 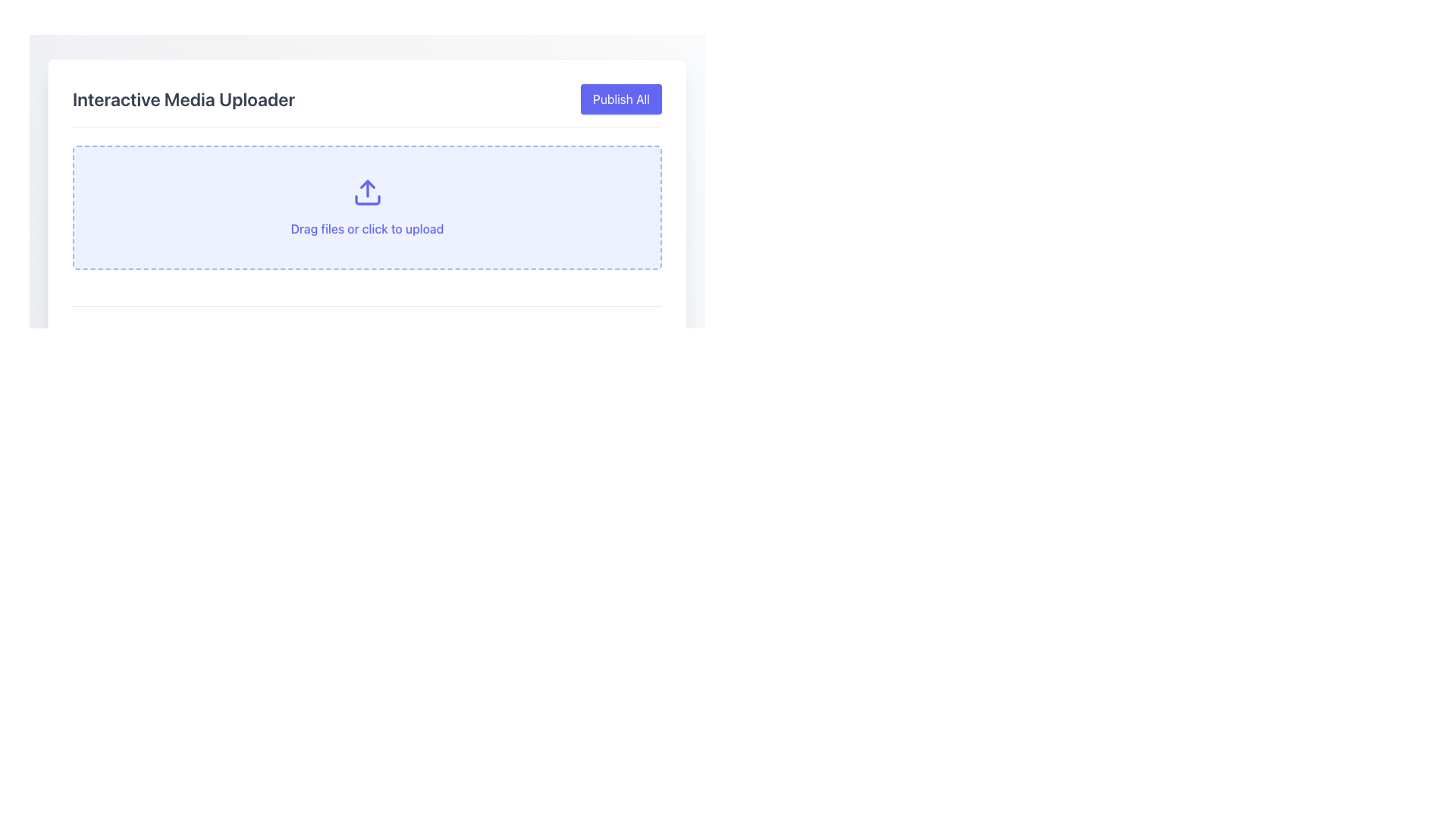 What do you see at coordinates (367, 199) in the screenshot?
I see `the decorative base of the upload-themed icon located at the center of the upload area, which visually supports the arrow above it` at bounding box center [367, 199].